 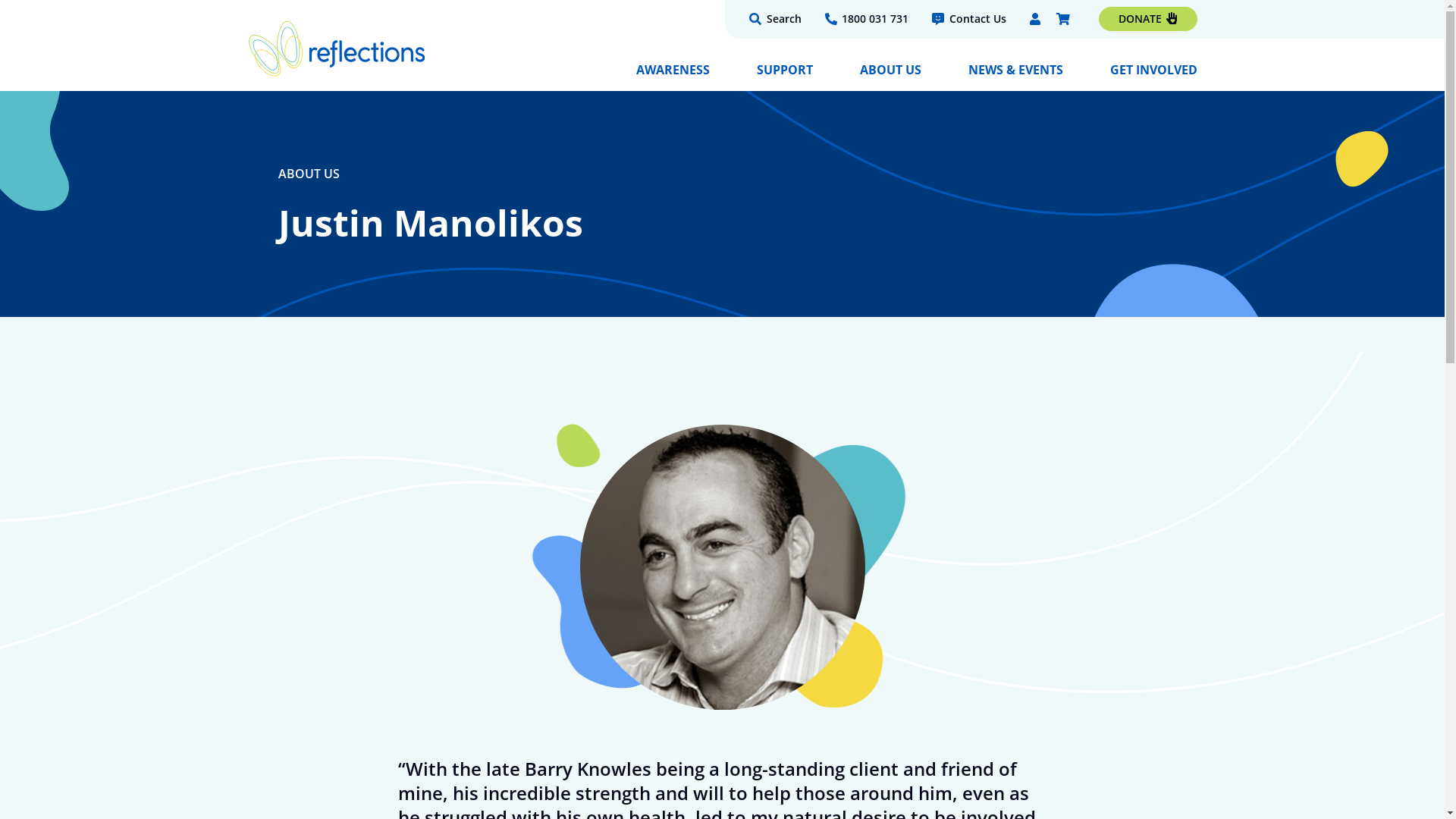 What do you see at coordinates (757, 76) in the screenshot?
I see `'SUPPORT'` at bounding box center [757, 76].